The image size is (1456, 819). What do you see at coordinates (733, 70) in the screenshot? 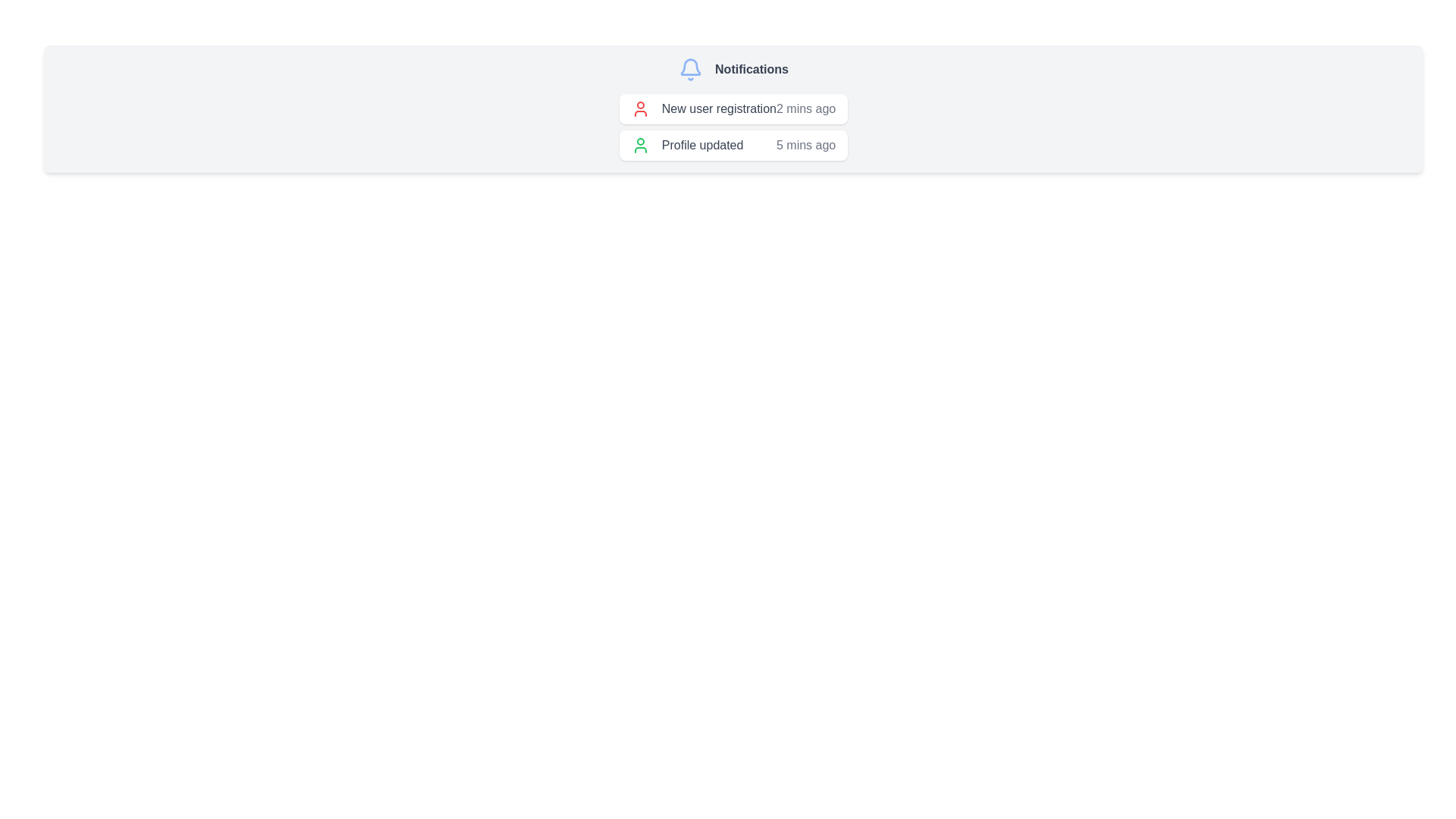
I see `the header element that features a blue bell icon on the left and the bold gray text 'Notifications' to its right, located centrally at the top of the content card` at bounding box center [733, 70].